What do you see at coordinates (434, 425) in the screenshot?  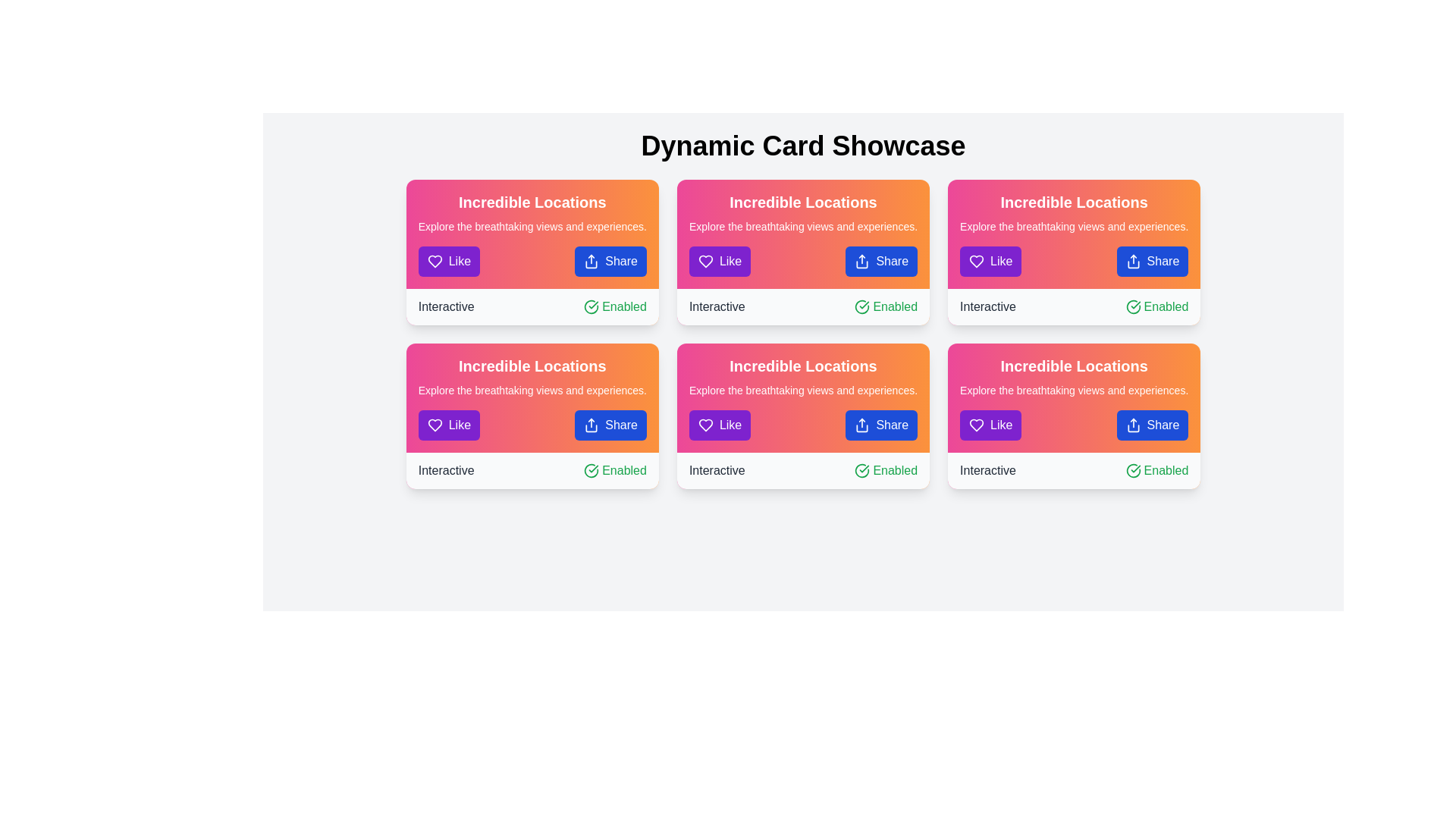 I see `the heart-shaped purple icon next to the 'Like' text within the 'Incredible Locations' card to express preference` at bounding box center [434, 425].